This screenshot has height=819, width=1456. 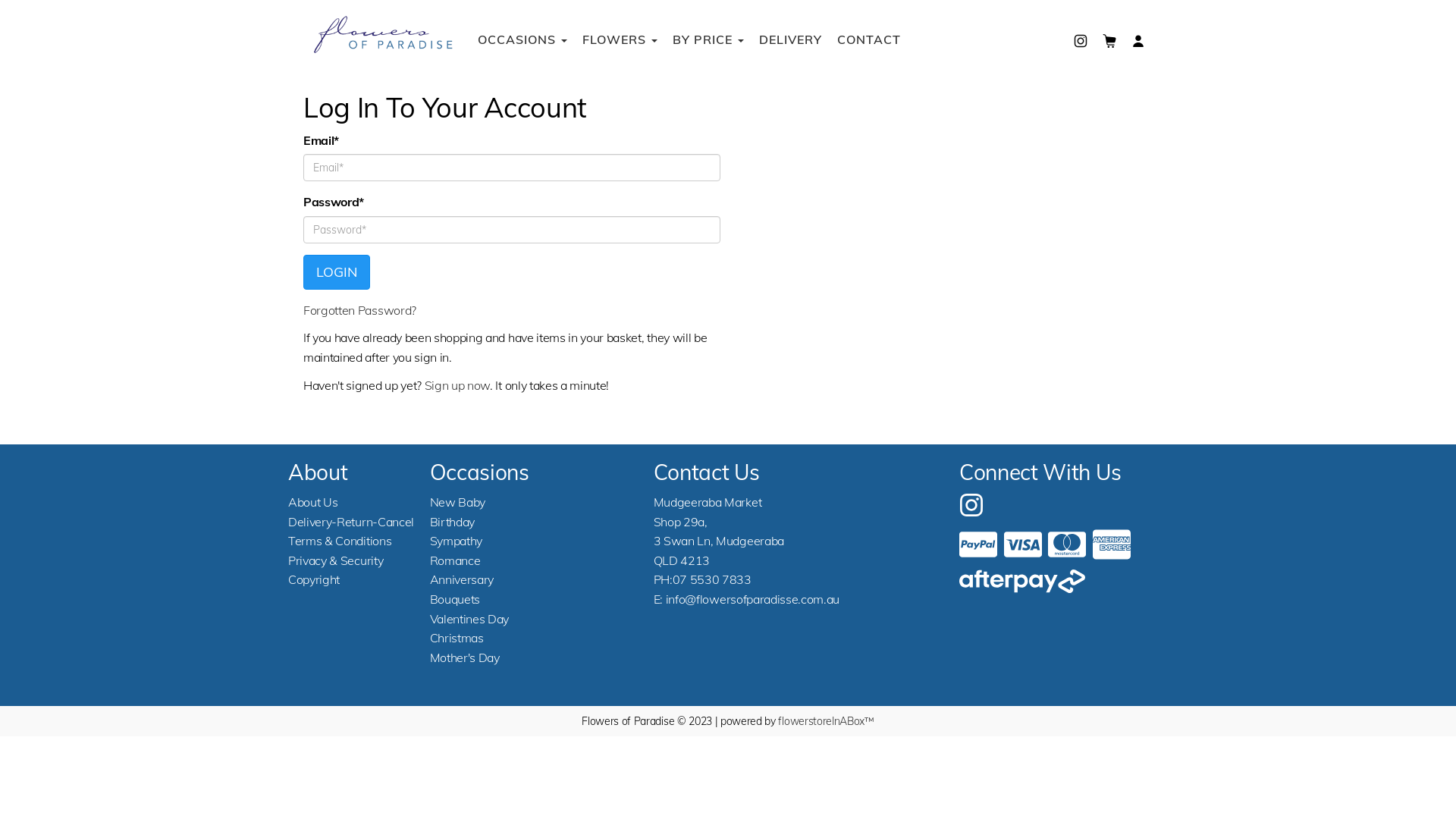 What do you see at coordinates (350, 520) in the screenshot?
I see `'Delivery-Return-Cancel'` at bounding box center [350, 520].